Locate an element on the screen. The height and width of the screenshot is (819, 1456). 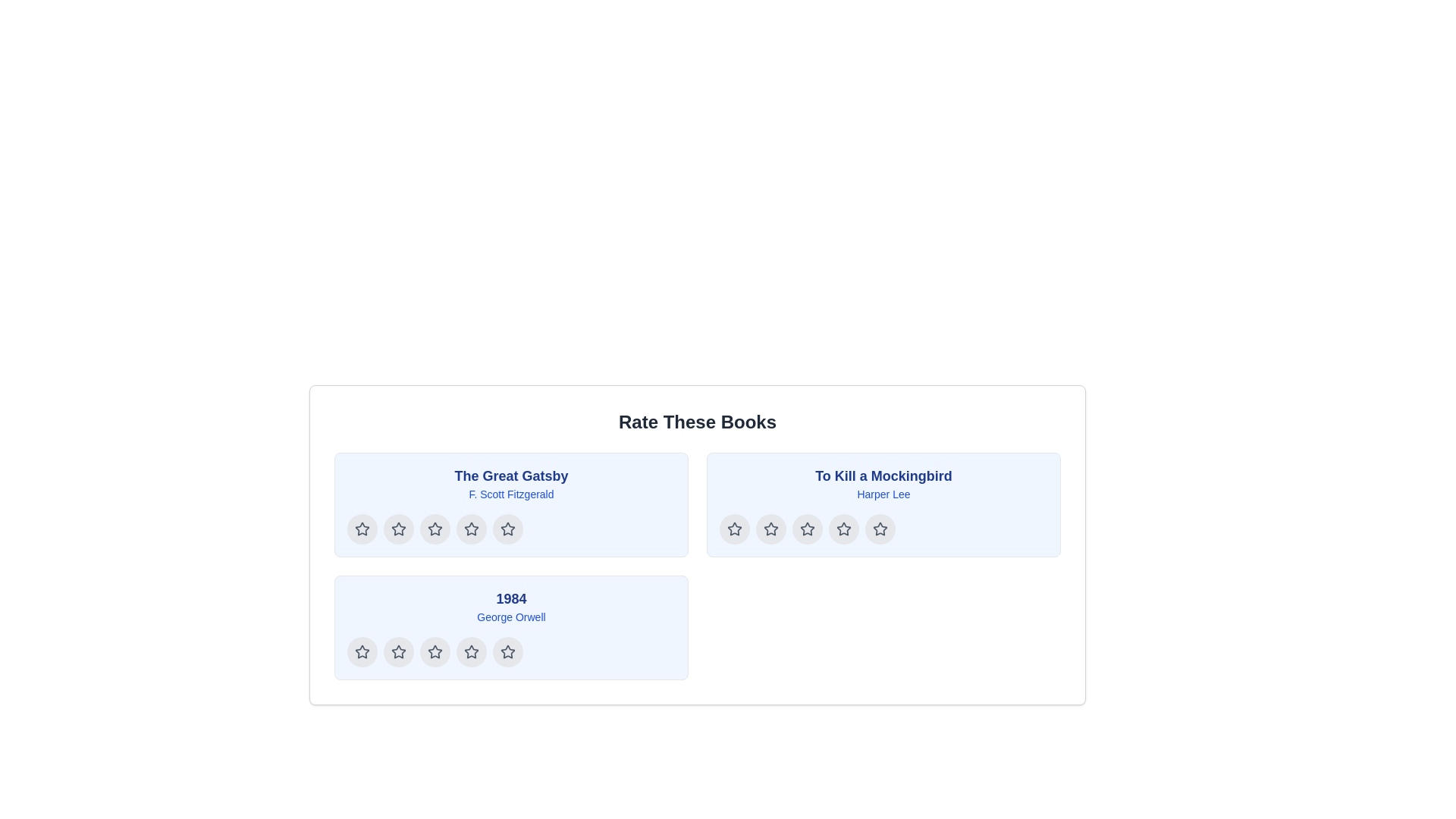
the third star rating icon, which is a circular icon with a gray outline of a star located below the '1984' book section is located at coordinates (435, 651).